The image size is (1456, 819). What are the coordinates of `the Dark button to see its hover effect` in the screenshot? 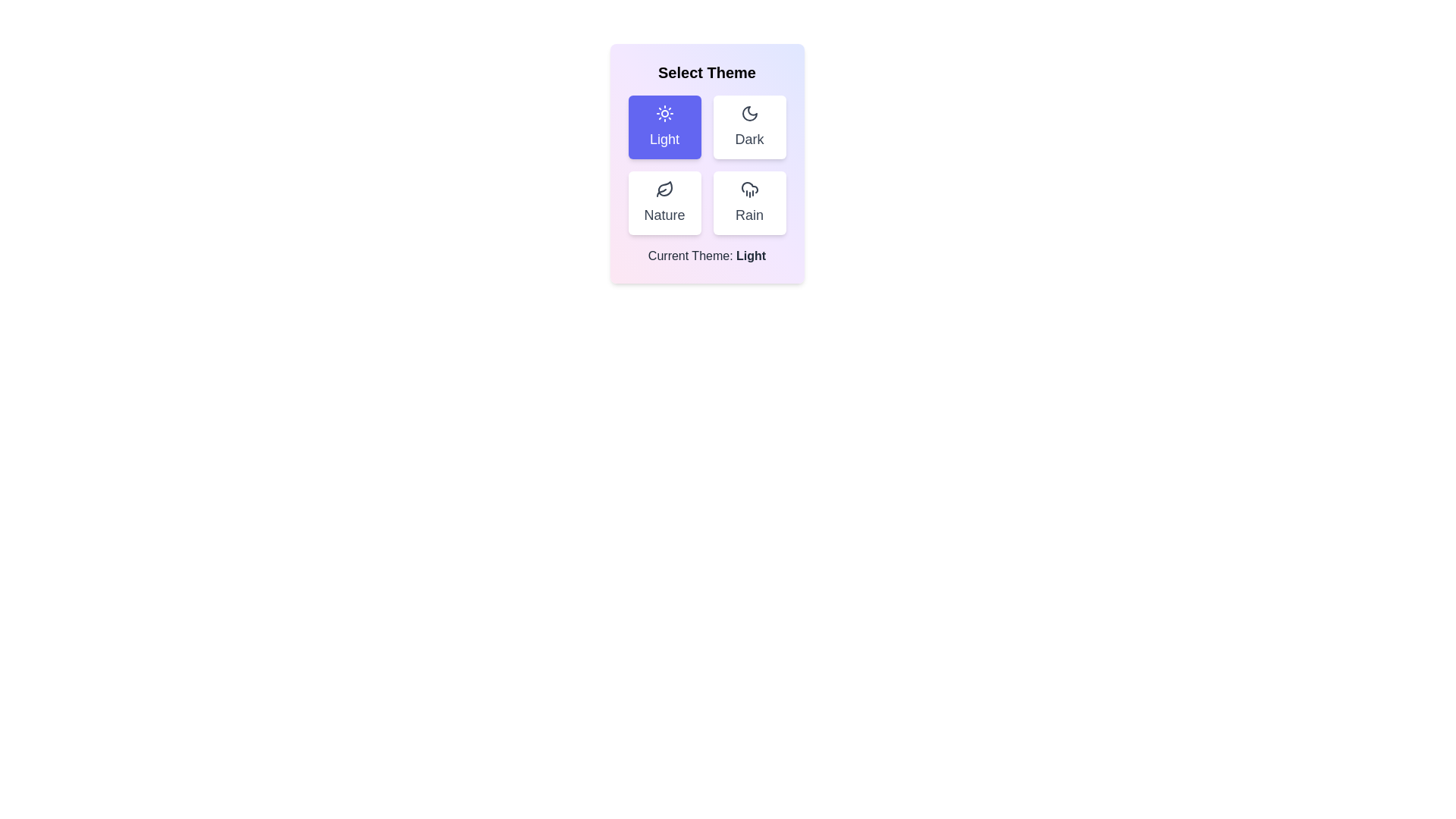 It's located at (749, 127).